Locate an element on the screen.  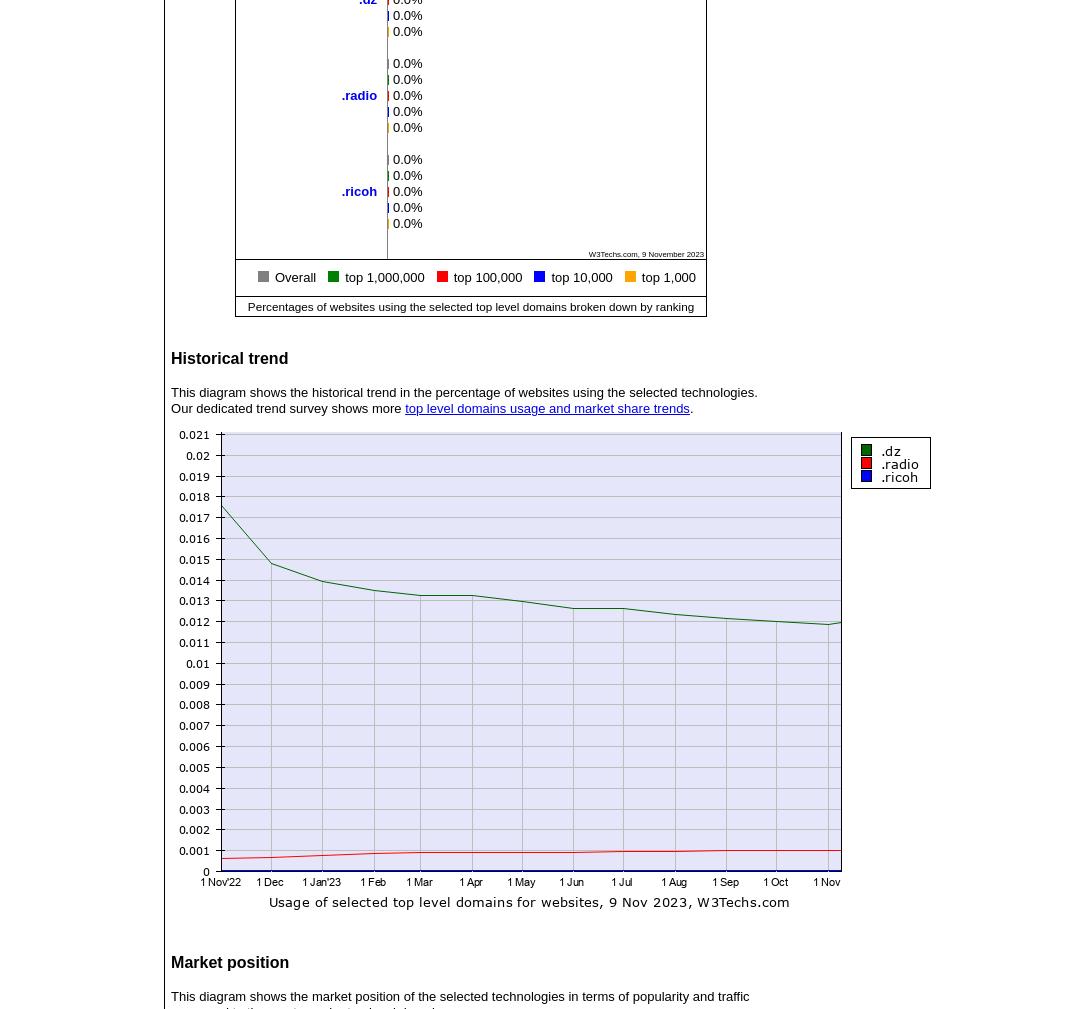
'W3Techs.com, 9 November 2023' is located at coordinates (645, 252).